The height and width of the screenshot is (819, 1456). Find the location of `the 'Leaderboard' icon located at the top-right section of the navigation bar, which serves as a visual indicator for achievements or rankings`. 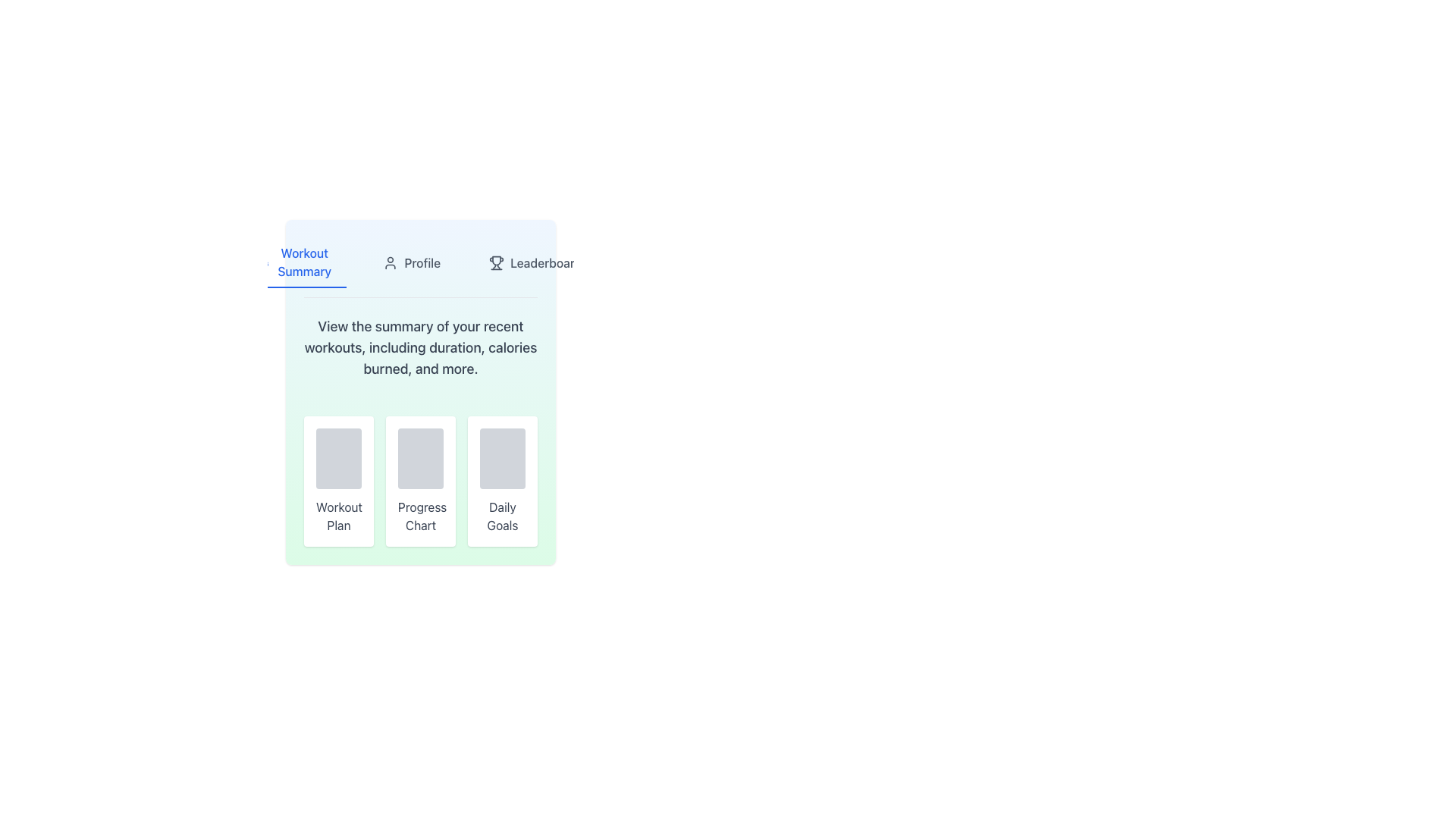

the 'Leaderboard' icon located at the top-right section of the navigation bar, which serves as a visual indicator for achievements or rankings is located at coordinates (497, 262).